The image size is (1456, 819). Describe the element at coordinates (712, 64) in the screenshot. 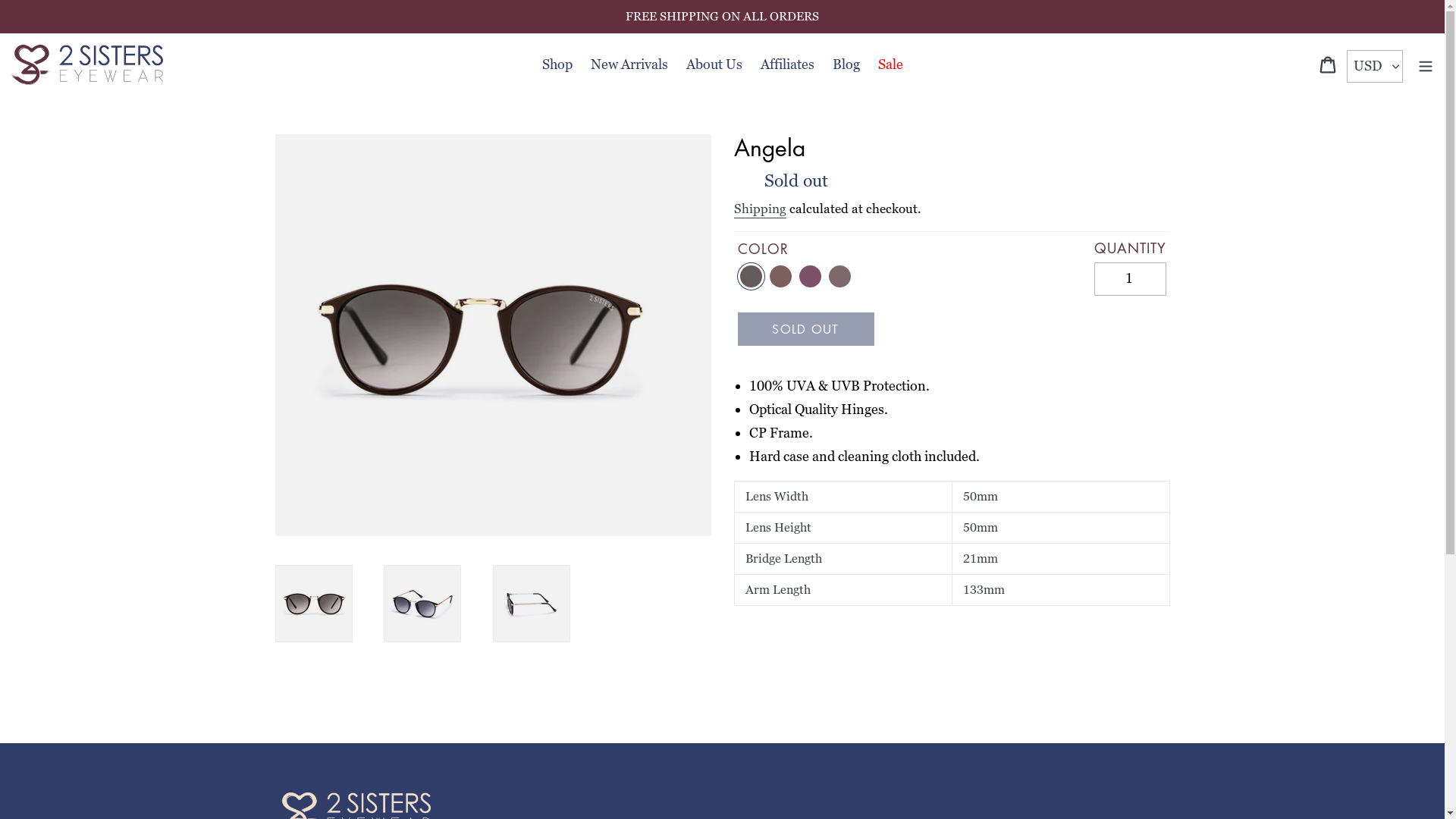

I see `'About Us'` at that location.